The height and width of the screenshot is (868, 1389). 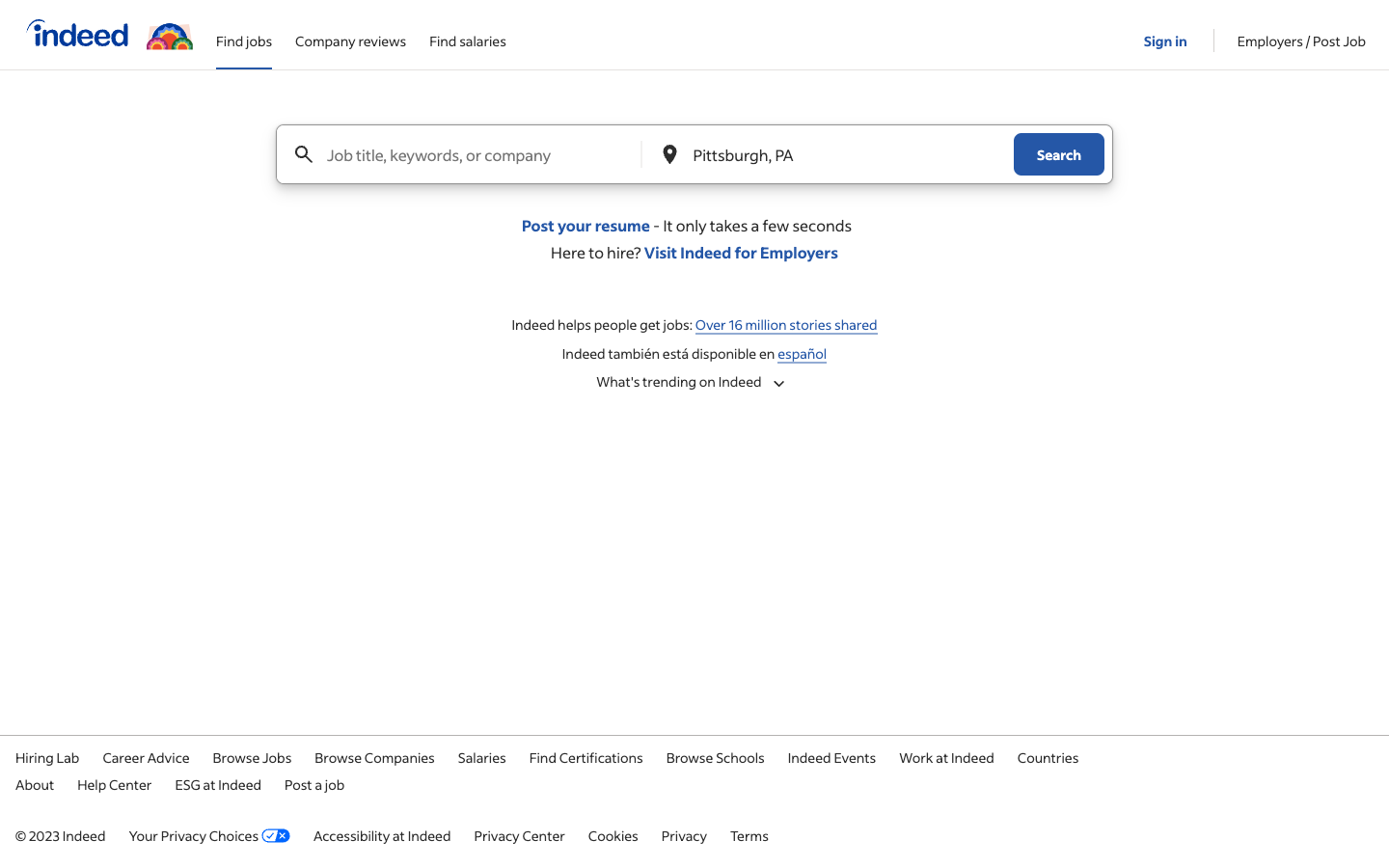 I want to click on Search for organizations having job vacancies, so click(x=373, y=755).